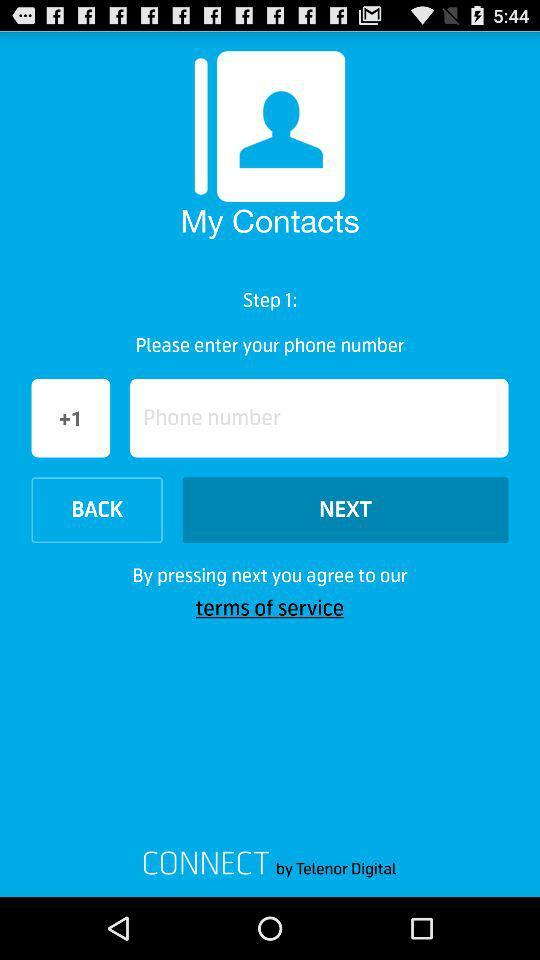  What do you see at coordinates (344, 508) in the screenshot?
I see `the text next` at bounding box center [344, 508].